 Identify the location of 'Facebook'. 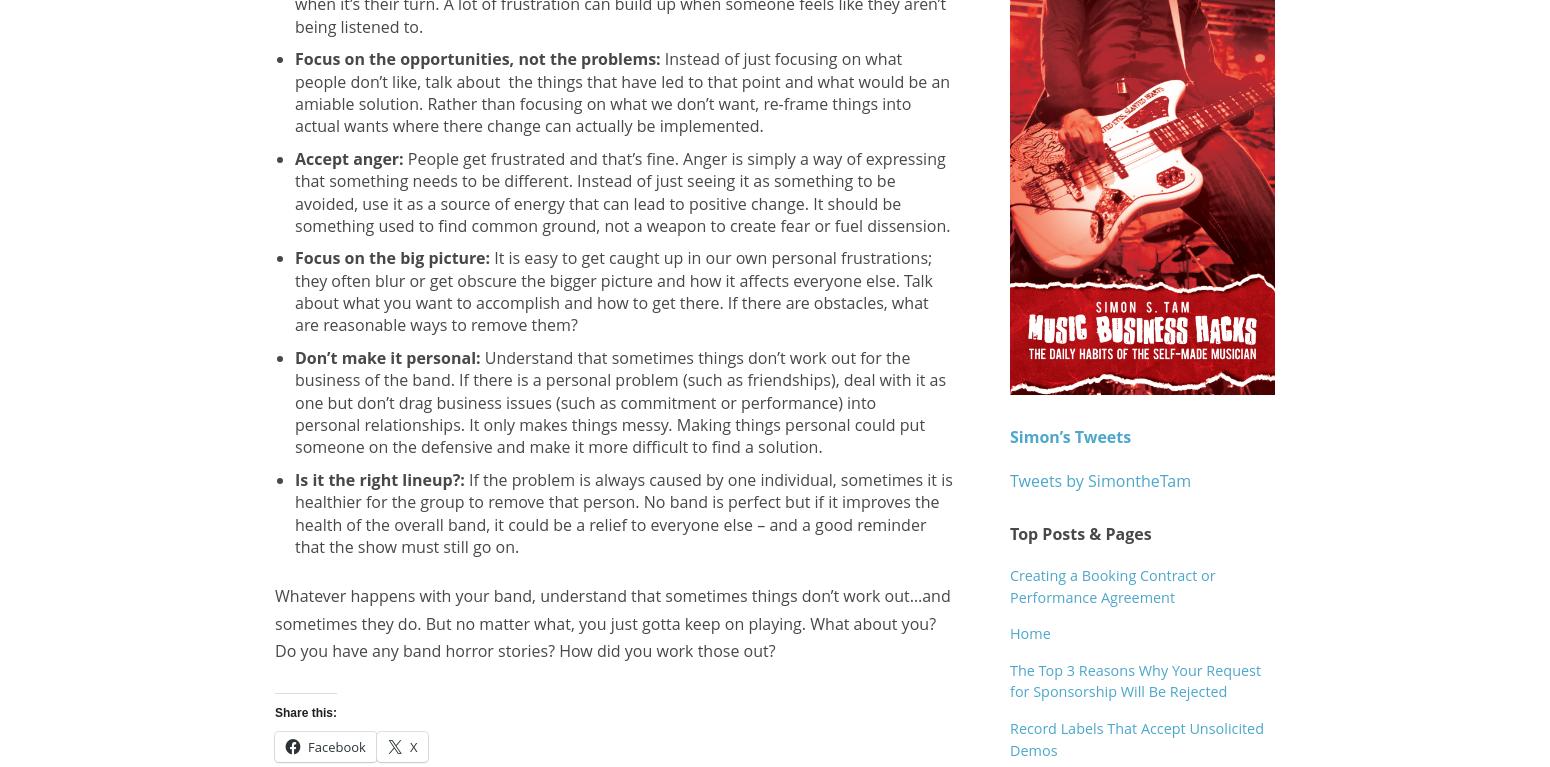
(335, 746).